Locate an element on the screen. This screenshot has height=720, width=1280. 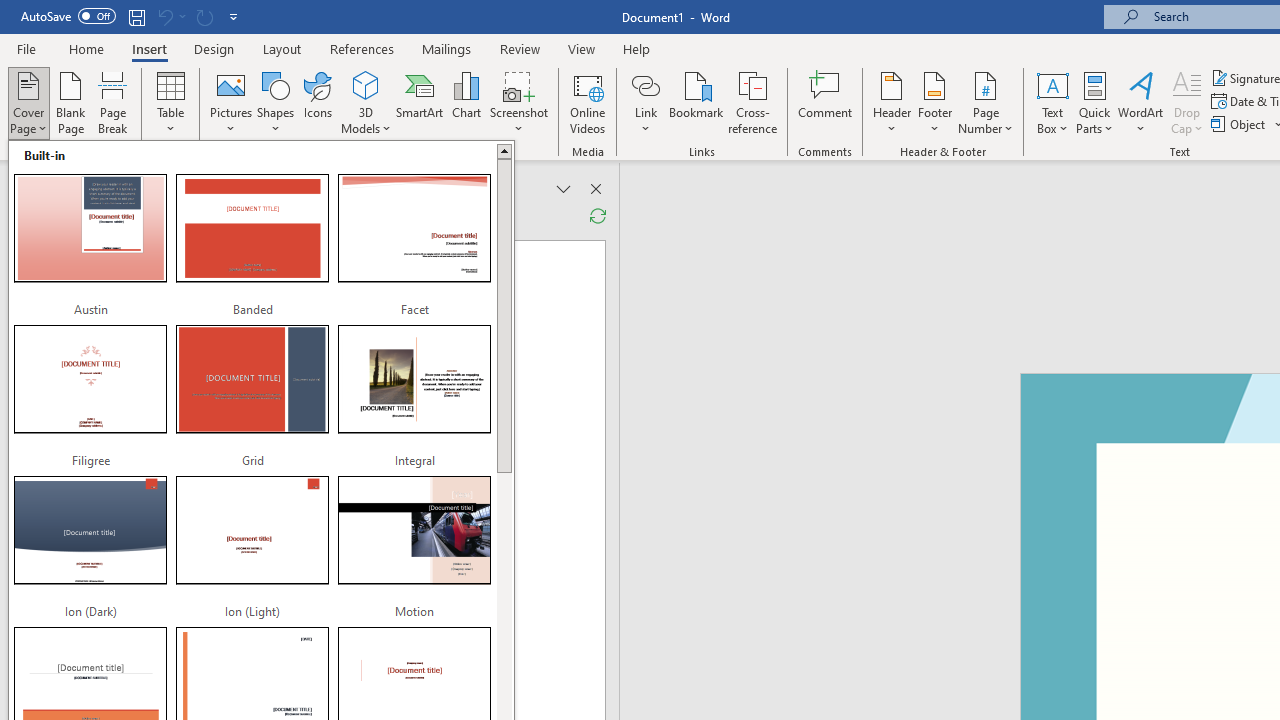
'3D Models' is located at coordinates (366, 103).